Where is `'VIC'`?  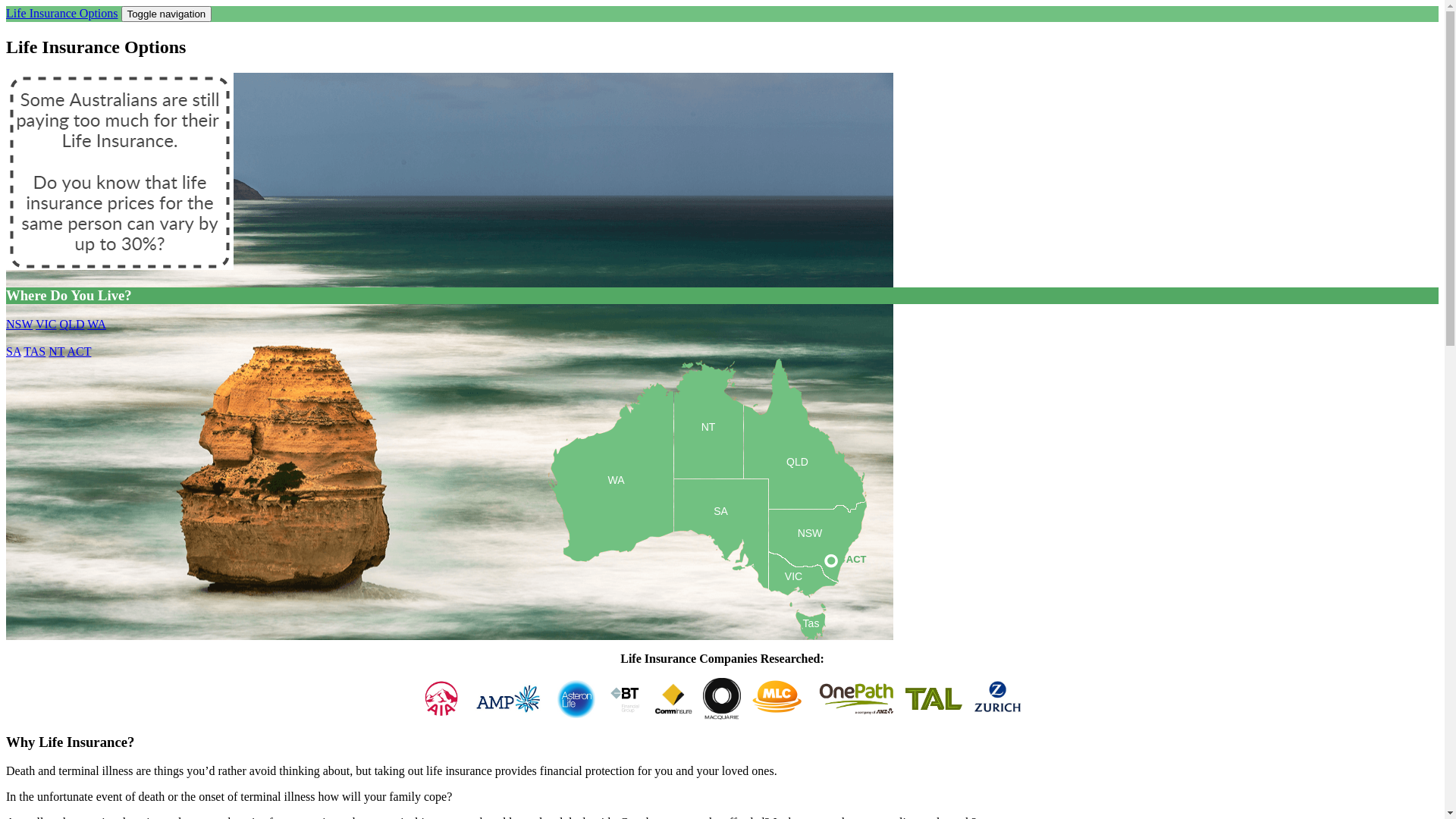 'VIC' is located at coordinates (46, 323).